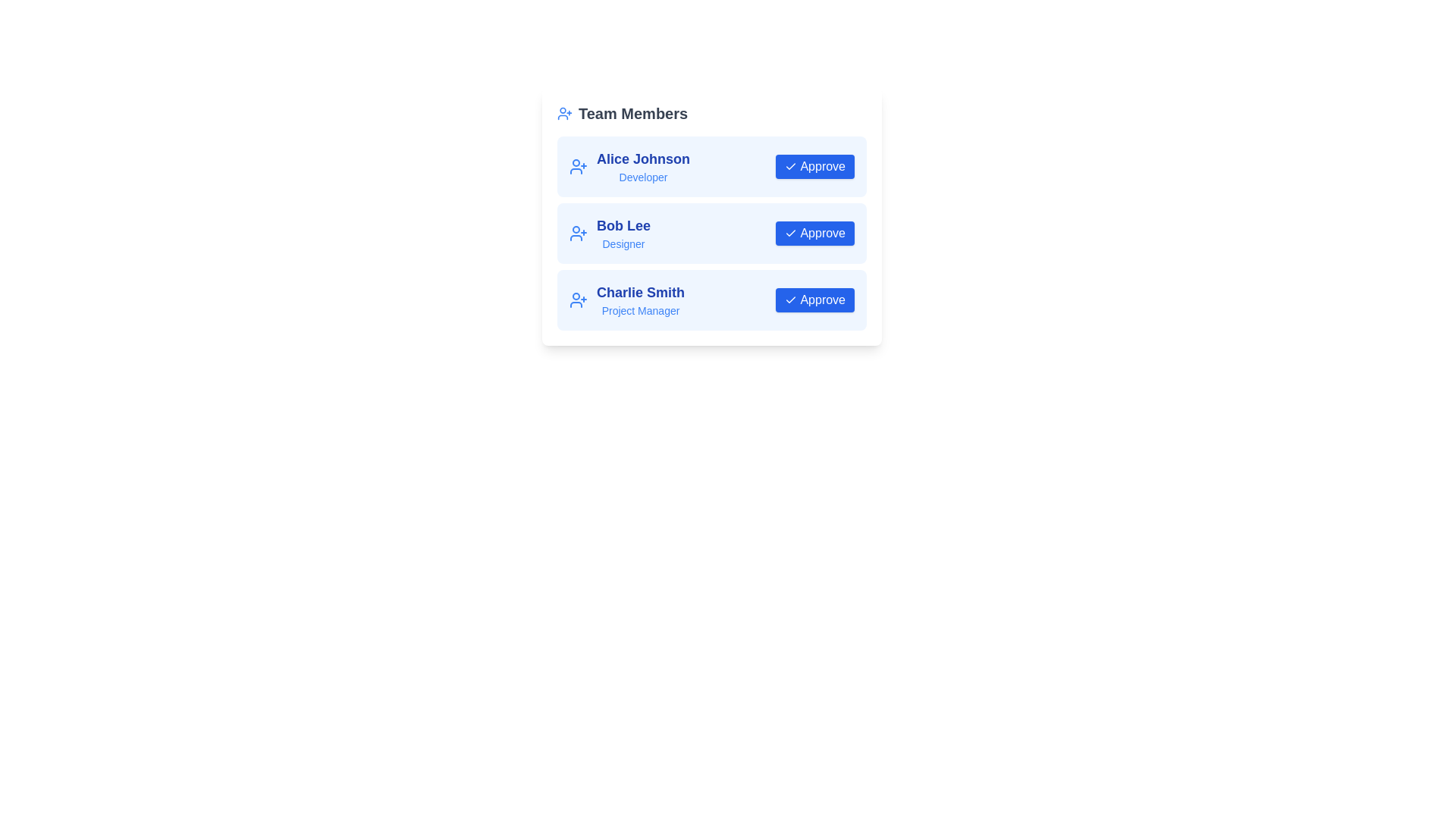  I want to click on the user addition icon located next to 'Bob Lee' in the 'Team Members' list, so click(578, 234).